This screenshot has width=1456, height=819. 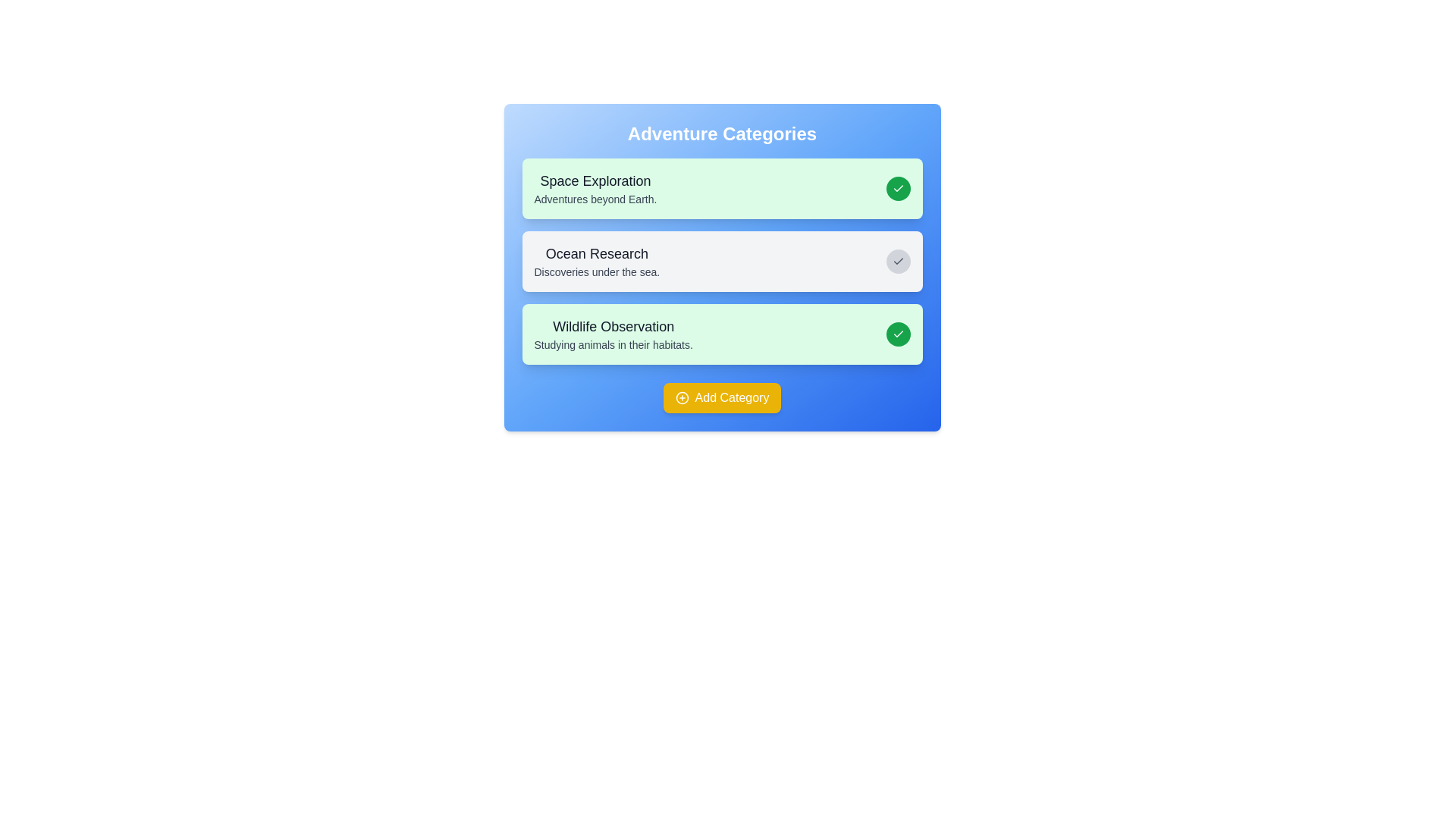 I want to click on the 'Add Category' button to add a new adventure chip, so click(x=721, y=397).